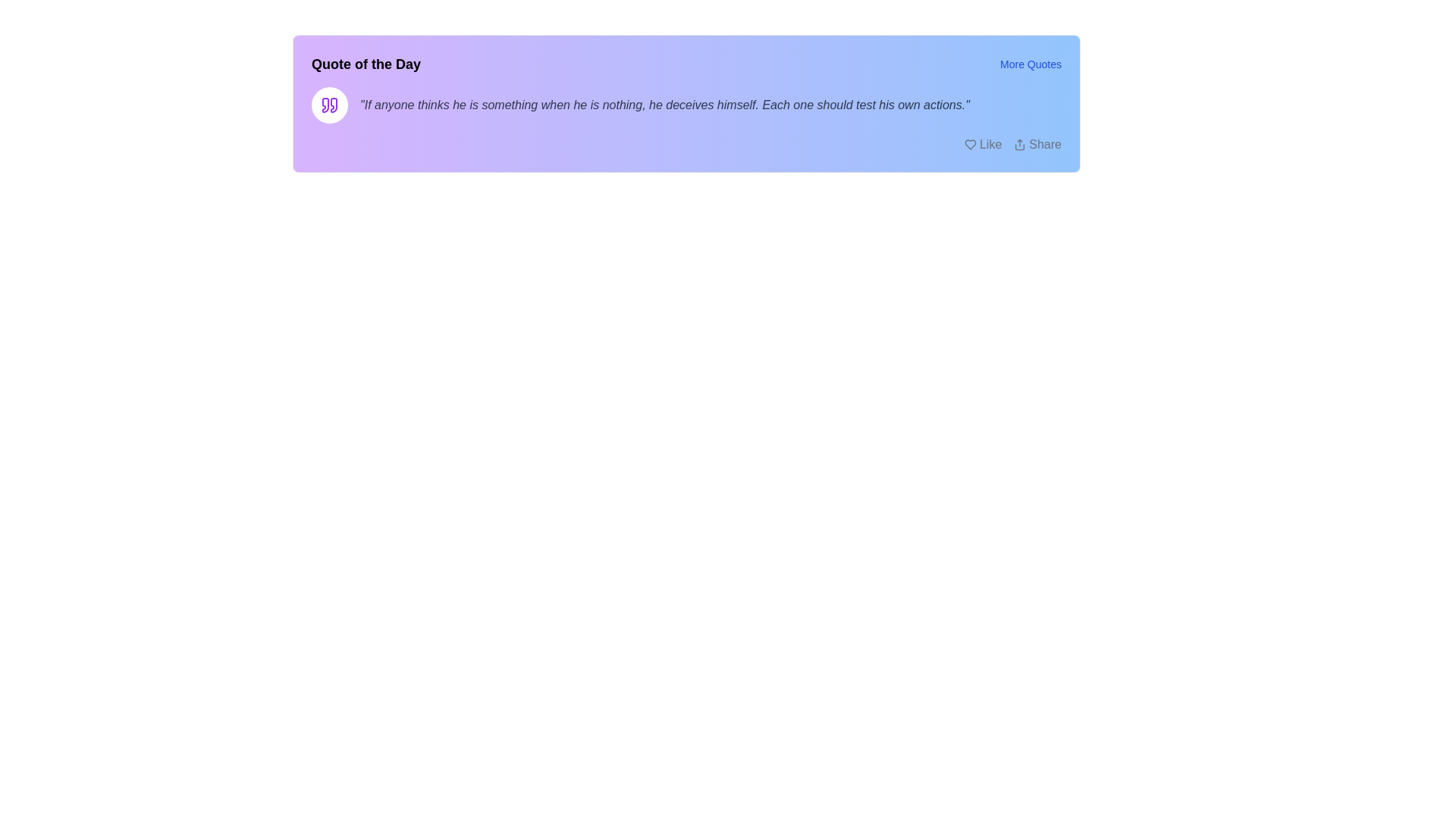 This screenshot has height=819, width=1456. Describe the element at coordinates (325, 104) in the screenshot. I see `the left quote mark icon, which is a stylized graphical element with smooth curves and a purple hue, located in the upper left corner of the interface next to the heading and quote text` at that location.